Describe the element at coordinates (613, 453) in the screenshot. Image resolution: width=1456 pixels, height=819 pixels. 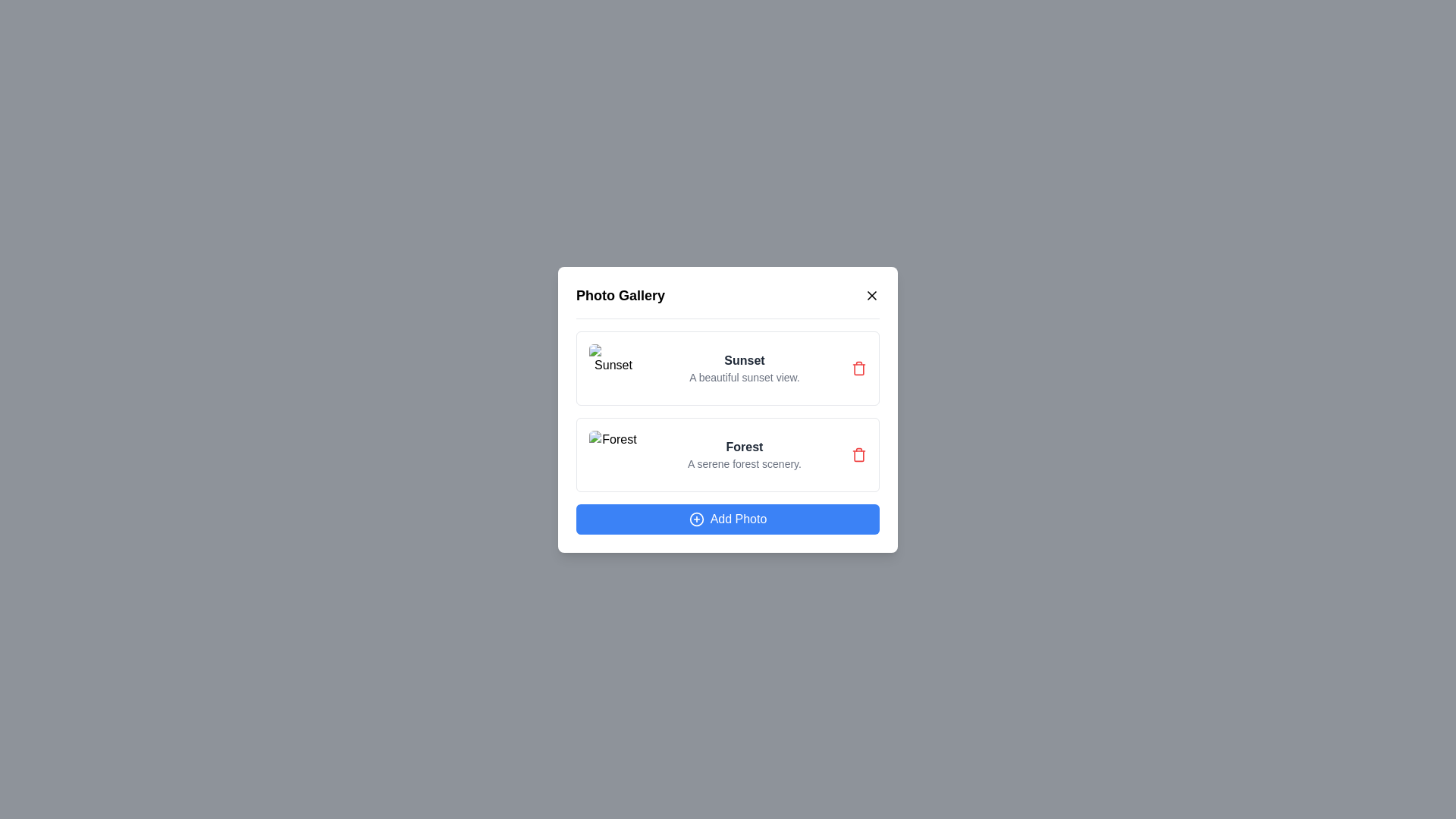
I see `the Image Thumbnail representing the 'Forest' description` at that location.